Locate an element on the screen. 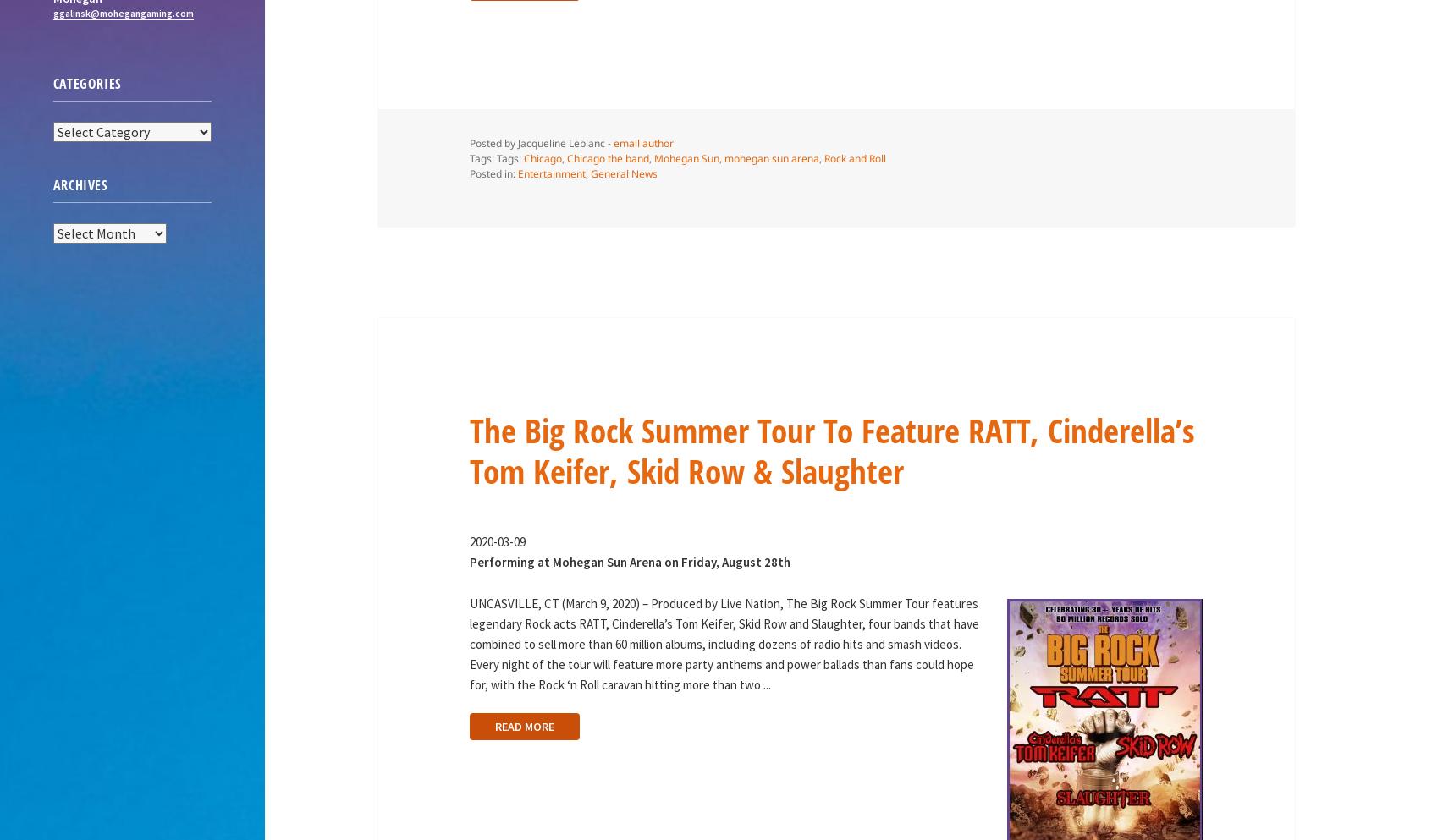  'Posted by Jacqueline Leblanc -' is located at coordinates (541, 142).